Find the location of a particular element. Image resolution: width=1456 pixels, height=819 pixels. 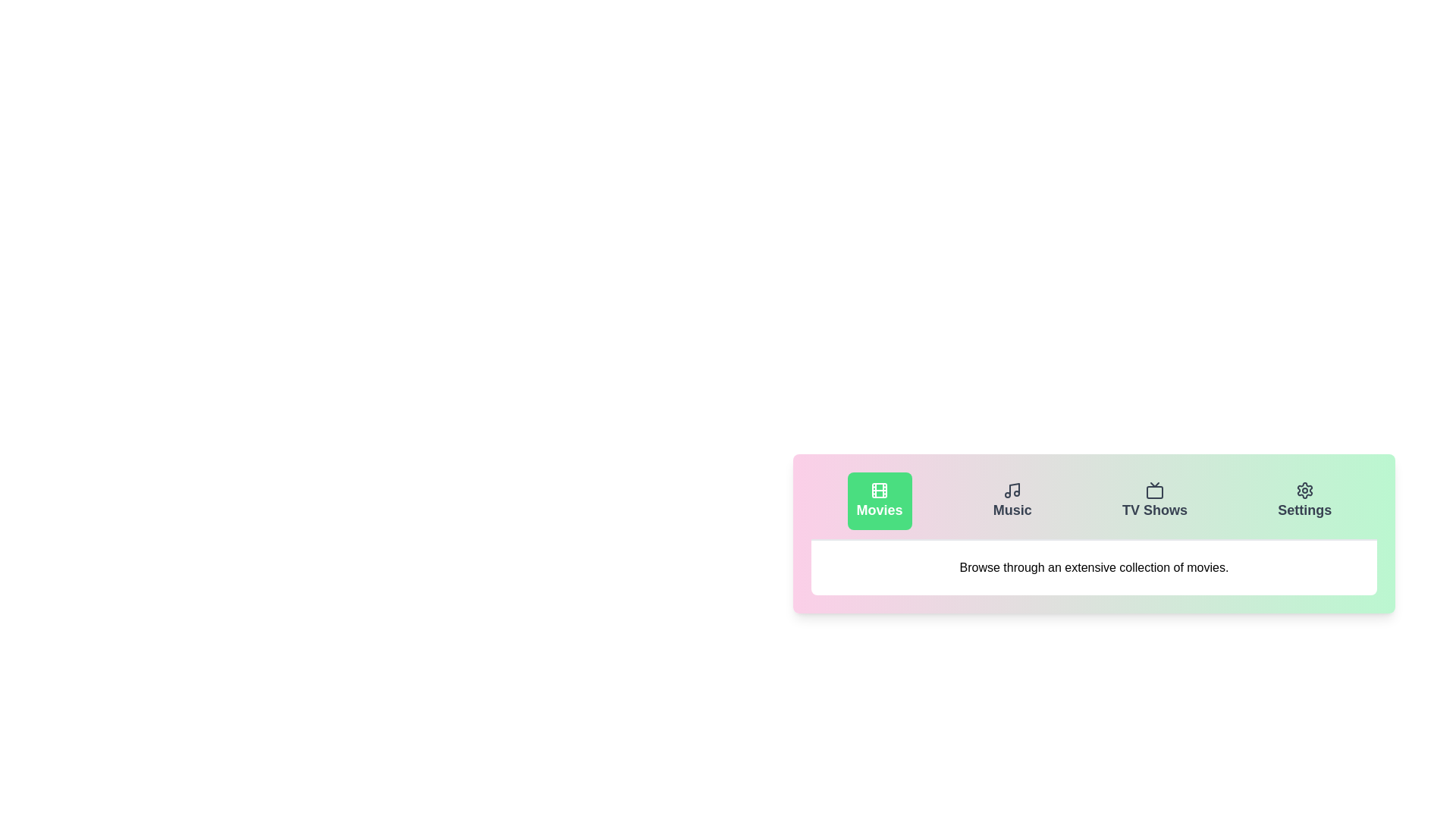

the Music tab by clicking on it is located at coordinates (1012, 500).